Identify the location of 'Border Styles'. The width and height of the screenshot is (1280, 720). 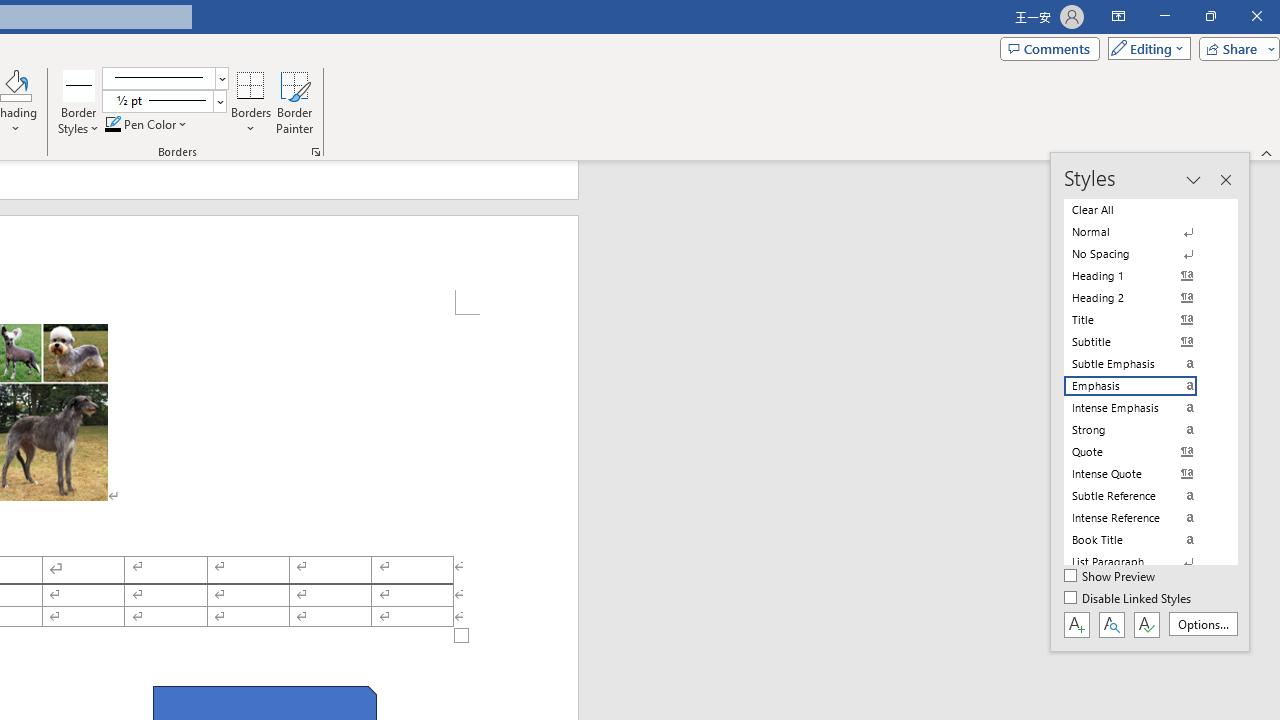
(79, 84).